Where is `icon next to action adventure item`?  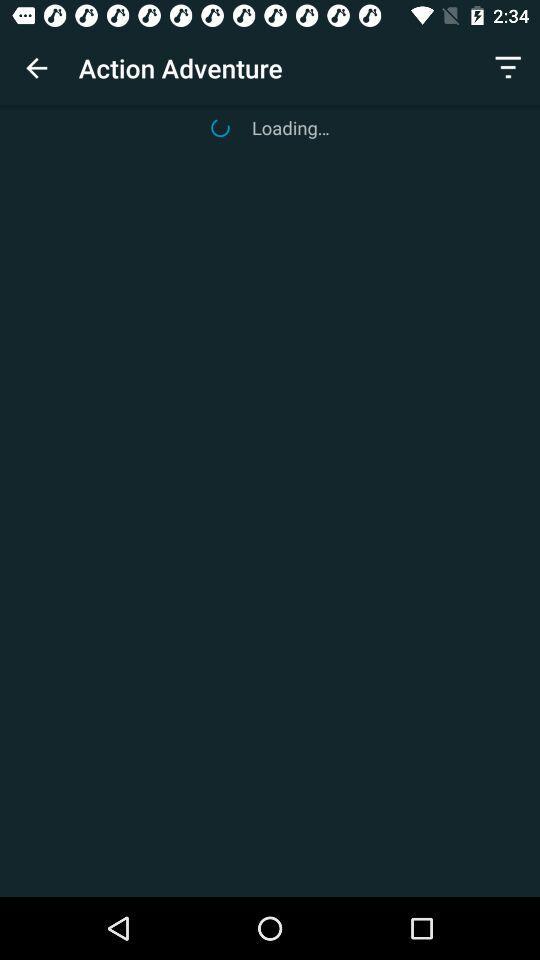 icon next to action adventure item is located at coordinates (508, 68).